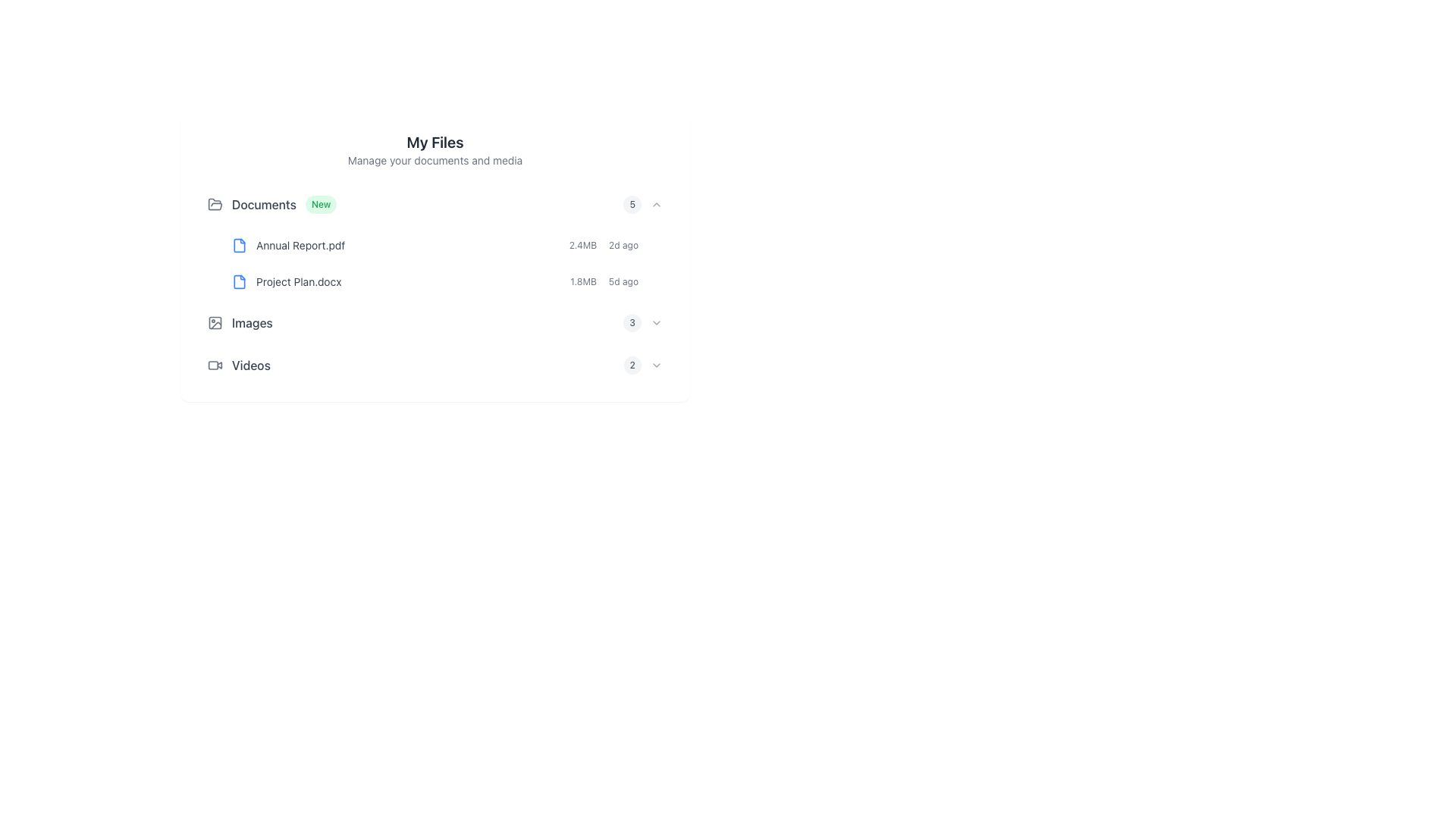 The height and width of the screenshot is (819, 1456). I want to click on the timestamp text label indicating when the file 'Annual Report.pdf' was last modified, located next to the size '2.4MB', so click(623, 245).